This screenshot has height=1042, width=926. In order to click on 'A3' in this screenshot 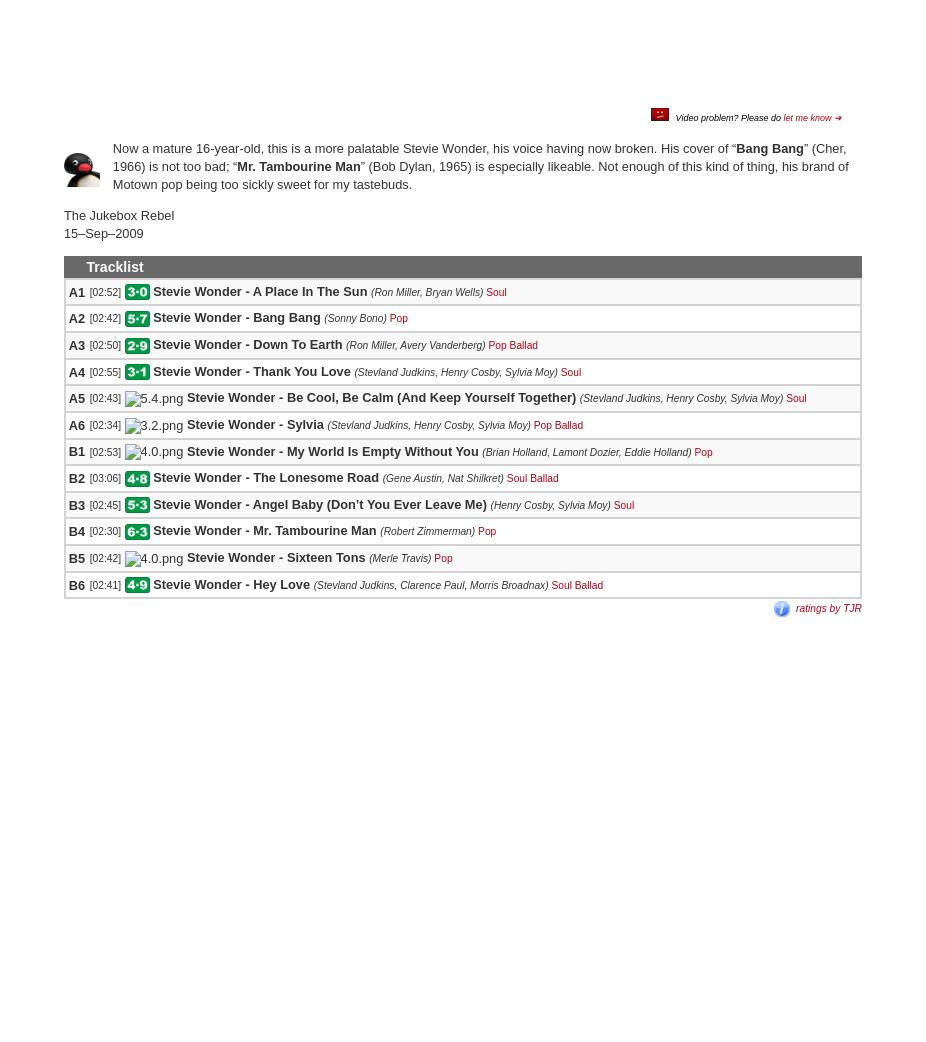, I will do `click(75, 344)`.